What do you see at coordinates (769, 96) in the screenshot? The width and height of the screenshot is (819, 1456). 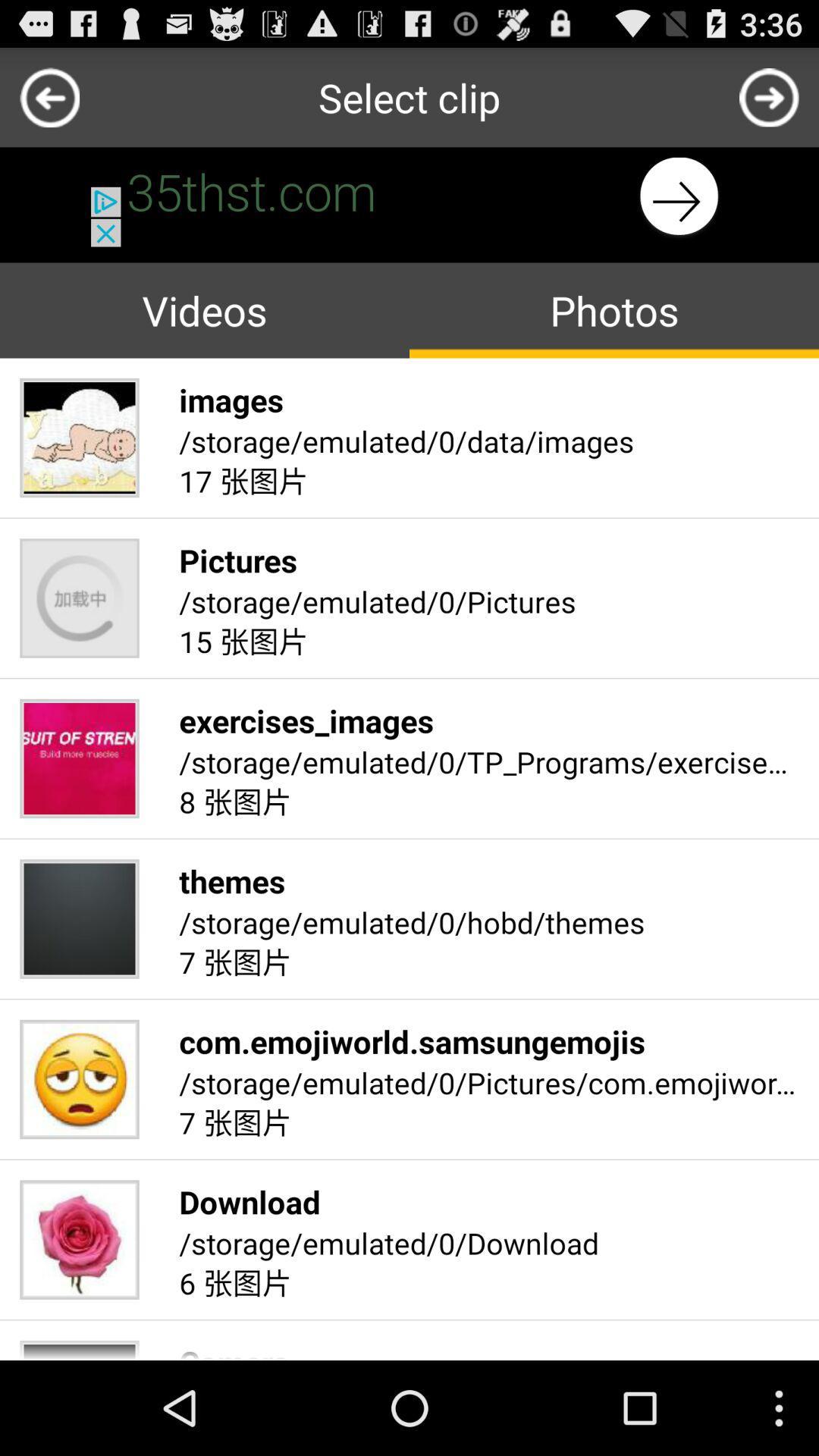 I see `go back` at bounding box center [769, 96].